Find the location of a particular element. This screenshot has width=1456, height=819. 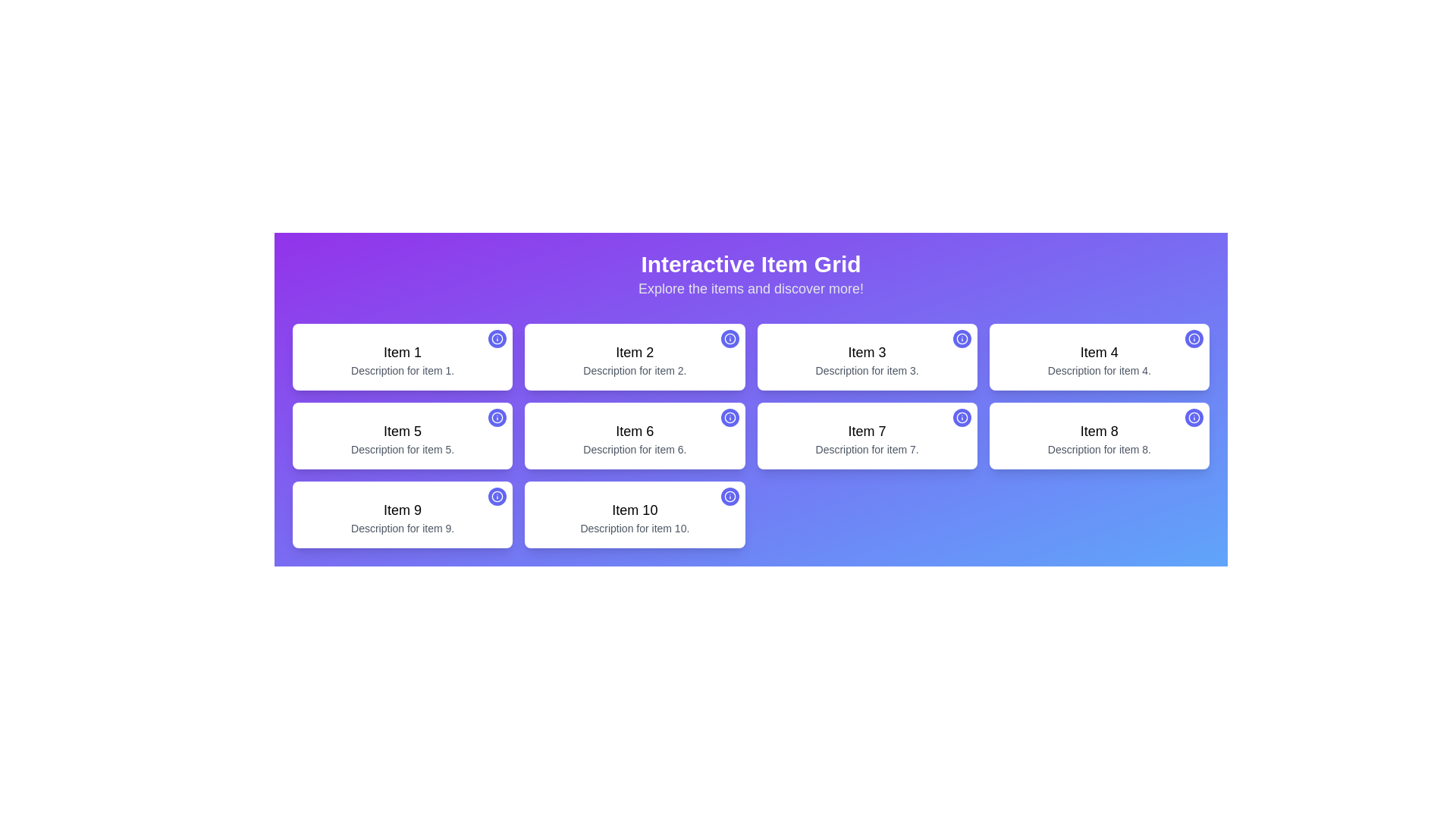

the text label displaying 'Description for item 5.' which is styled in gray and located under the title 'Item 5' in the grid layout is located at coordinates (403, 449).